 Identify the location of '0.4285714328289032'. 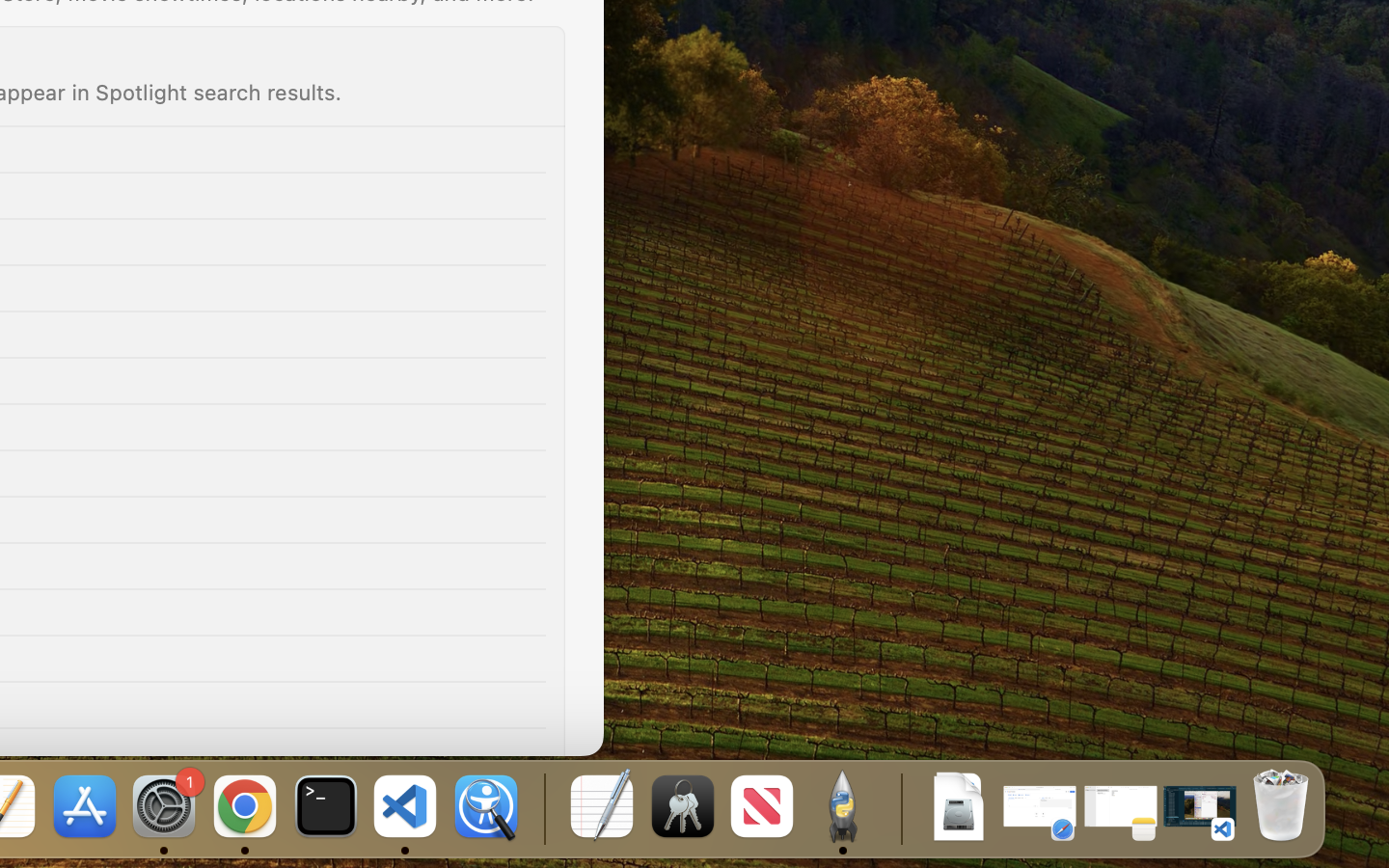
(542, 807).